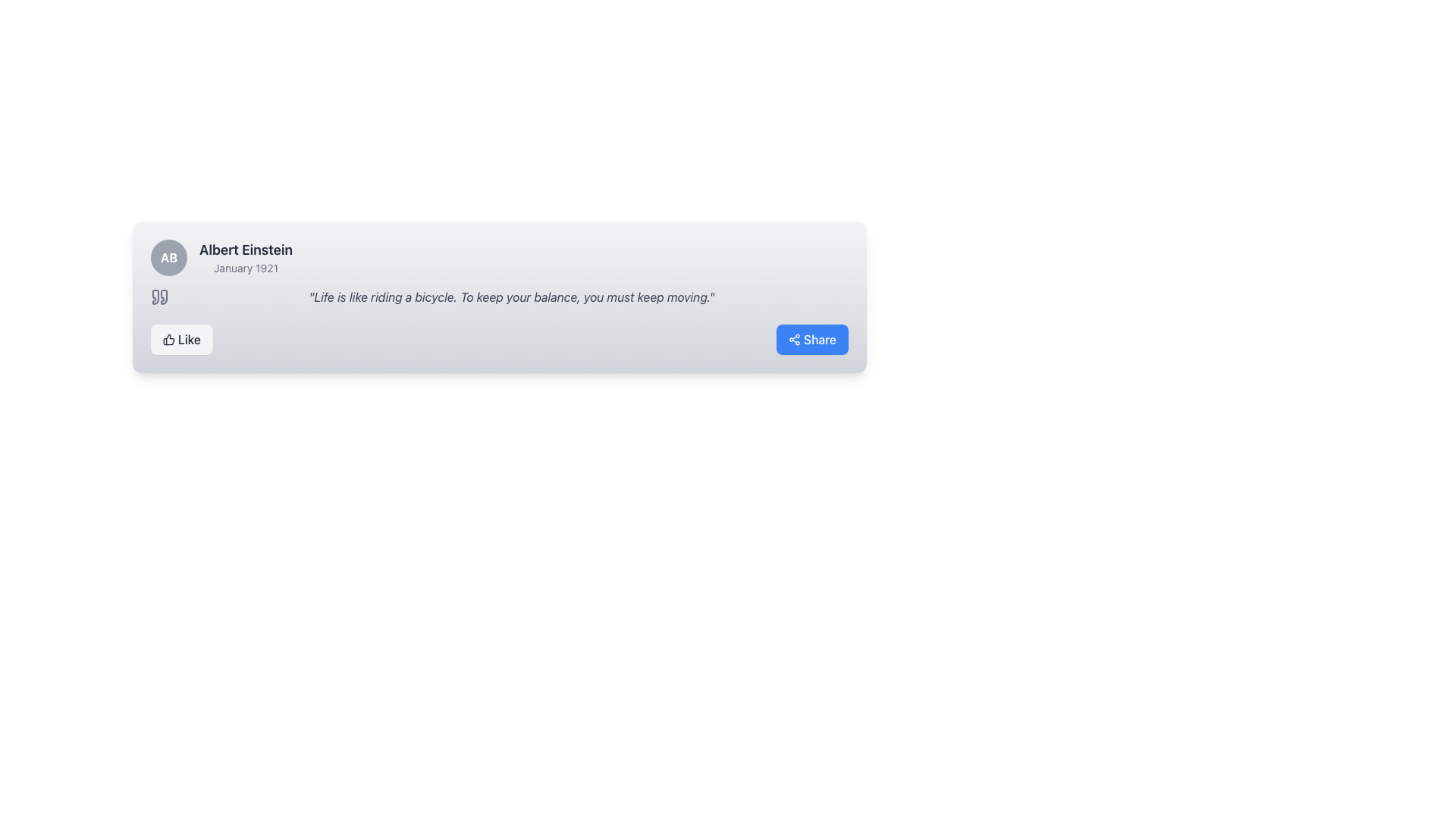 This screenshot has height=819, width=1456. What do you see at coordinates (793, 338) in the screenshot?
I see `the 'Share' SVG icon located within the blue button at the bottom right of the quote box` at bounding box center [793, 338].